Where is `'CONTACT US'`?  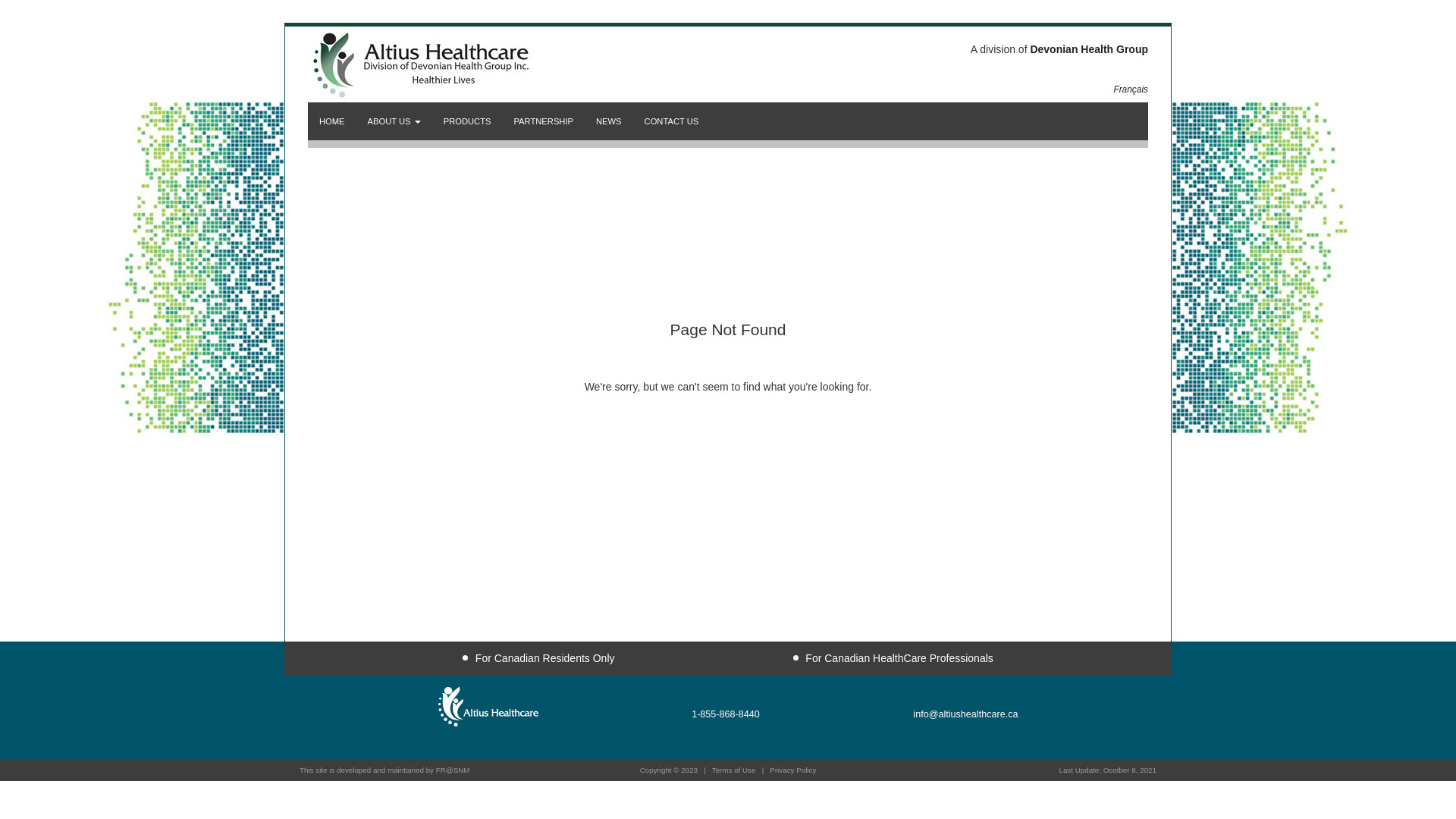 'CONTACT US' is located at coordinates (671, 120).